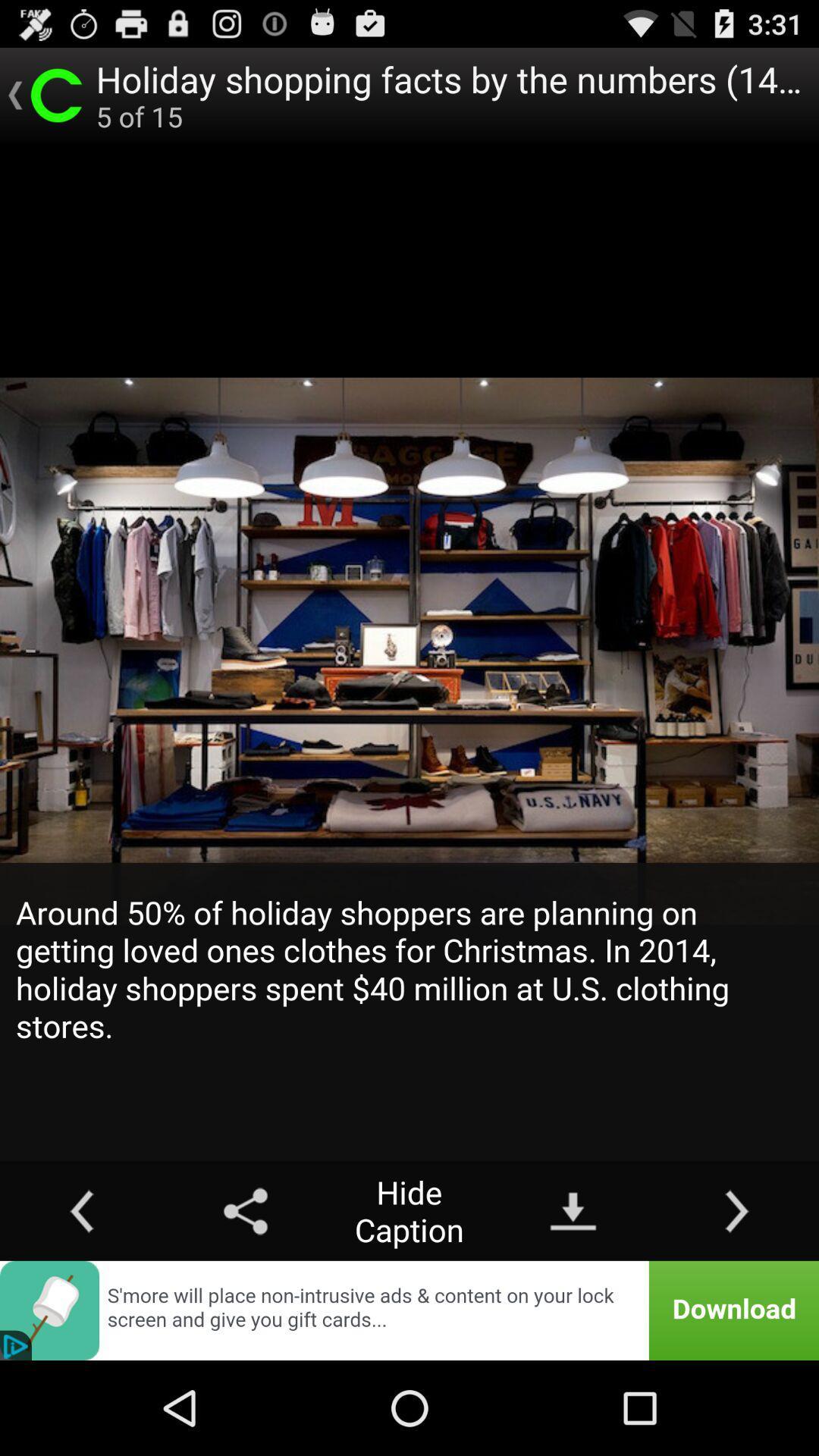 Image resolution: width=819 pixels, height=1456 pixels. I want to click on the share icon, so click(245, 1295).